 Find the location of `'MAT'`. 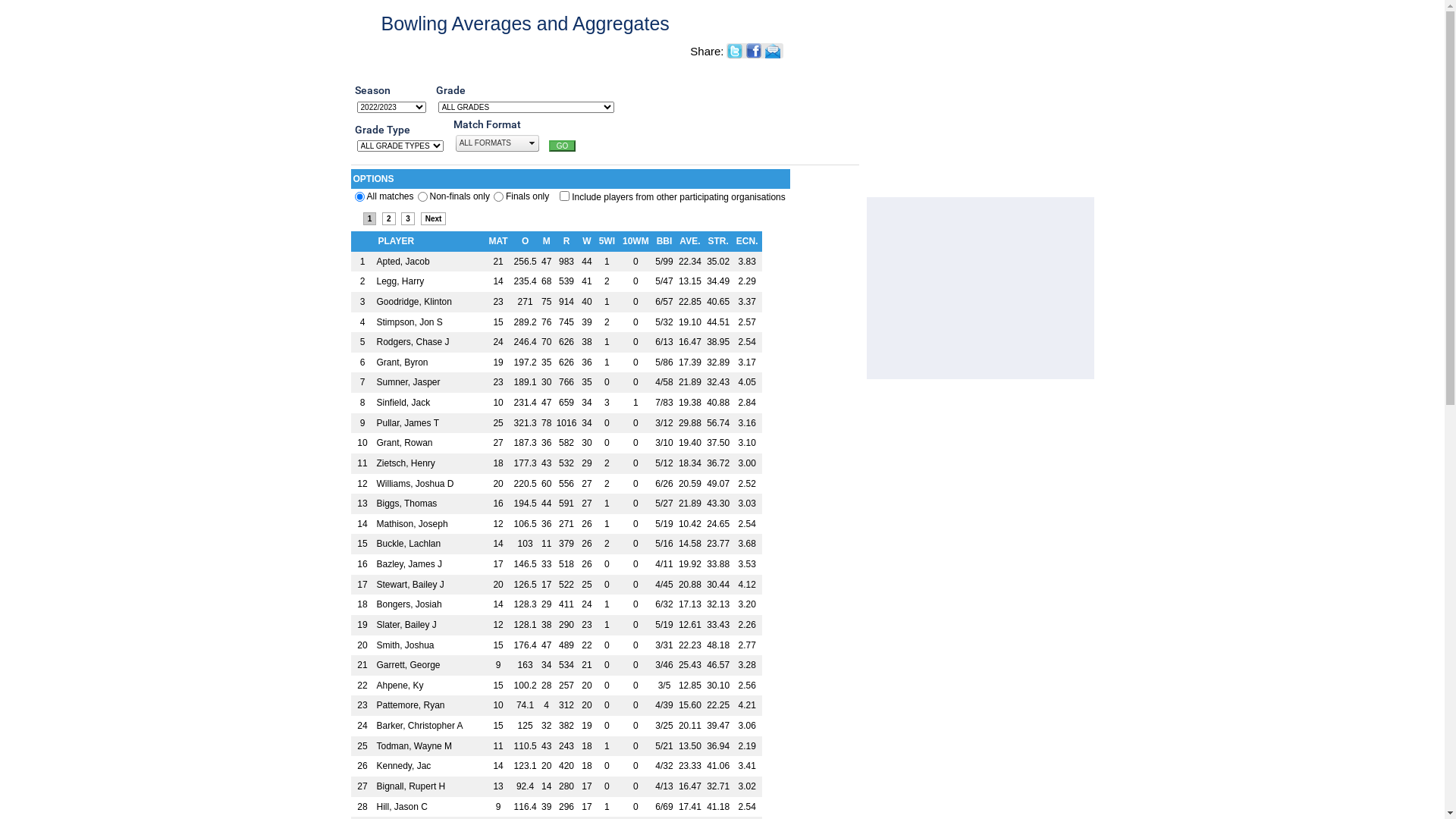

'MAT' is located at coordinates (497, 240).